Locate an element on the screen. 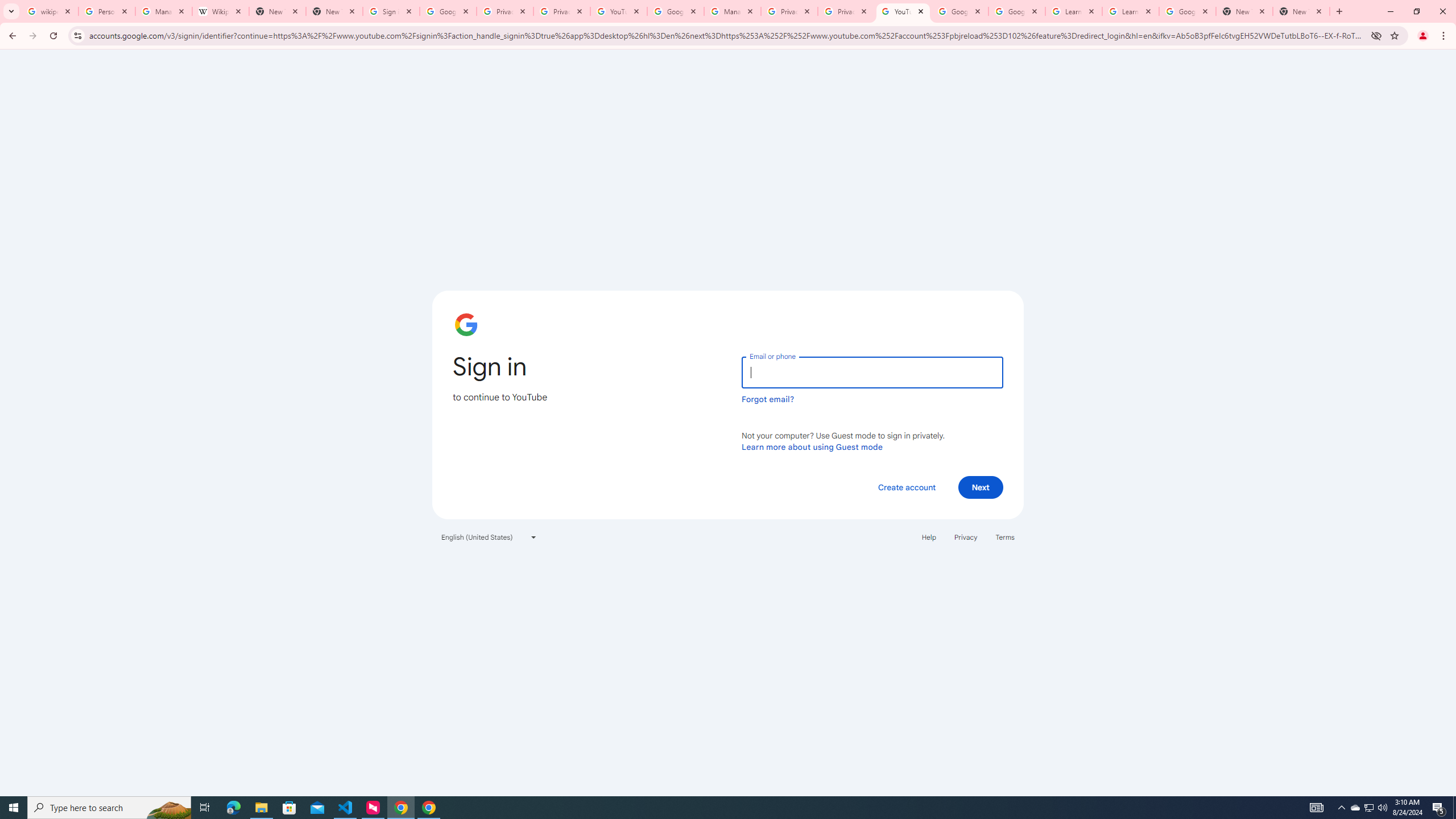 The image size is (1456, 819). 'Sign in - Google Accounts' is located at coordinates (391, 11).